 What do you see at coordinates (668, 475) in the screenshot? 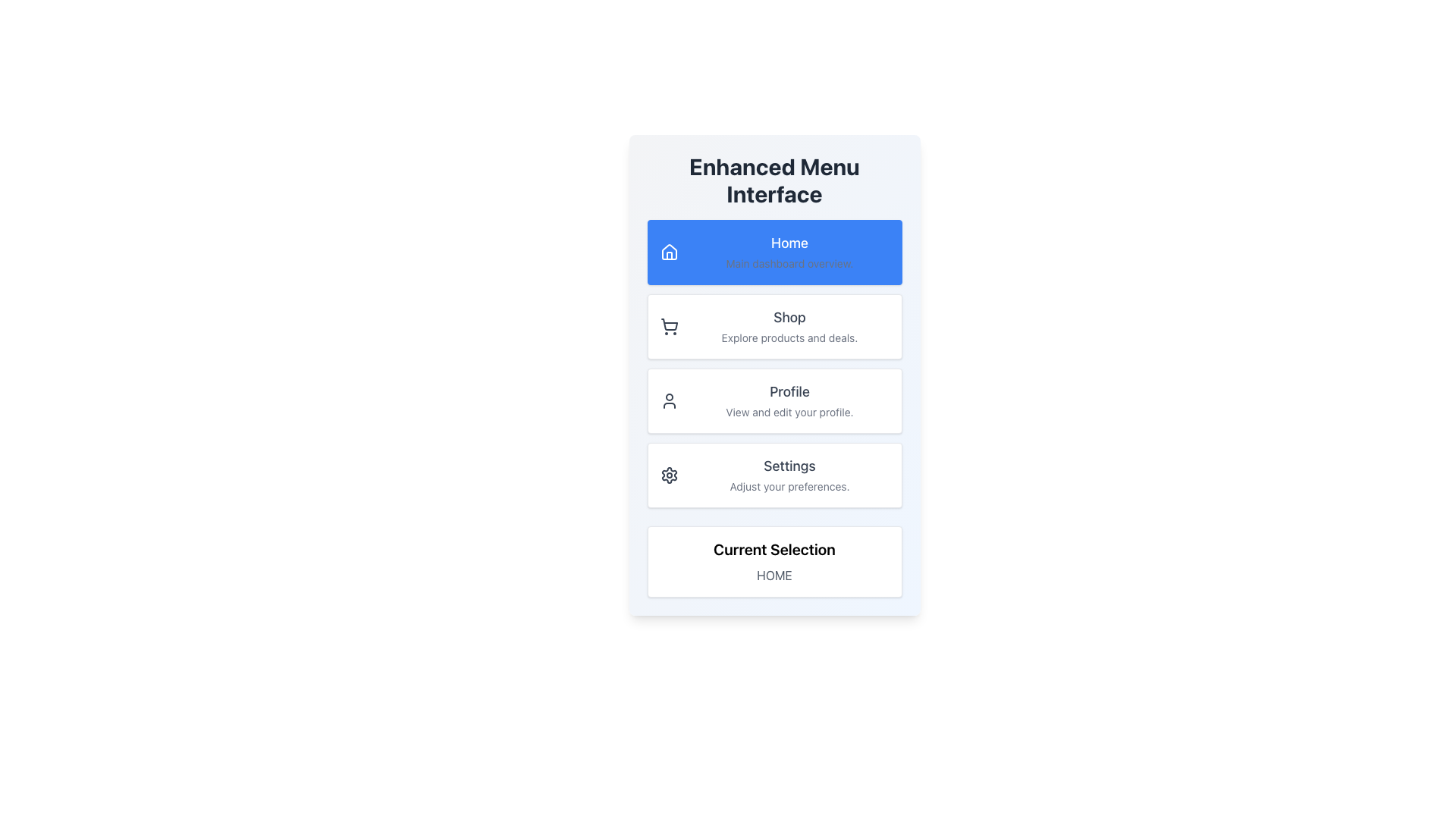
I see `the gear-shaped settings icon located to the left of the text 'Settings' and the description 'Adjust your preferences.' in the vertical menu list` at bounding box center [668, 475].